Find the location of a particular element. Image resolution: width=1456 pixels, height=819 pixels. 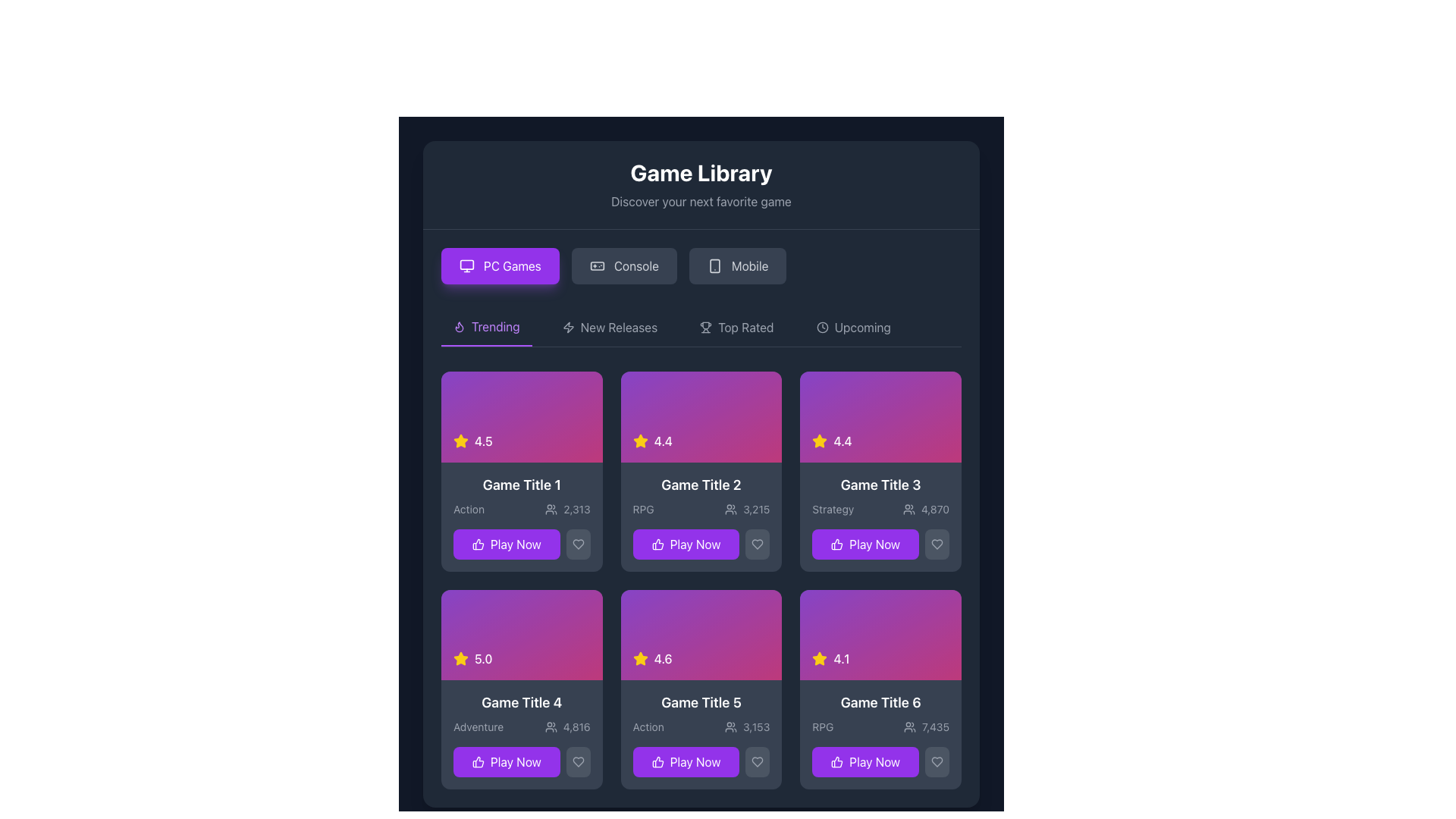

the SVG Circle element, which is a circular shape with an apparent stroke, located in the top-center area of the interface is located at coordinates (821, 327).